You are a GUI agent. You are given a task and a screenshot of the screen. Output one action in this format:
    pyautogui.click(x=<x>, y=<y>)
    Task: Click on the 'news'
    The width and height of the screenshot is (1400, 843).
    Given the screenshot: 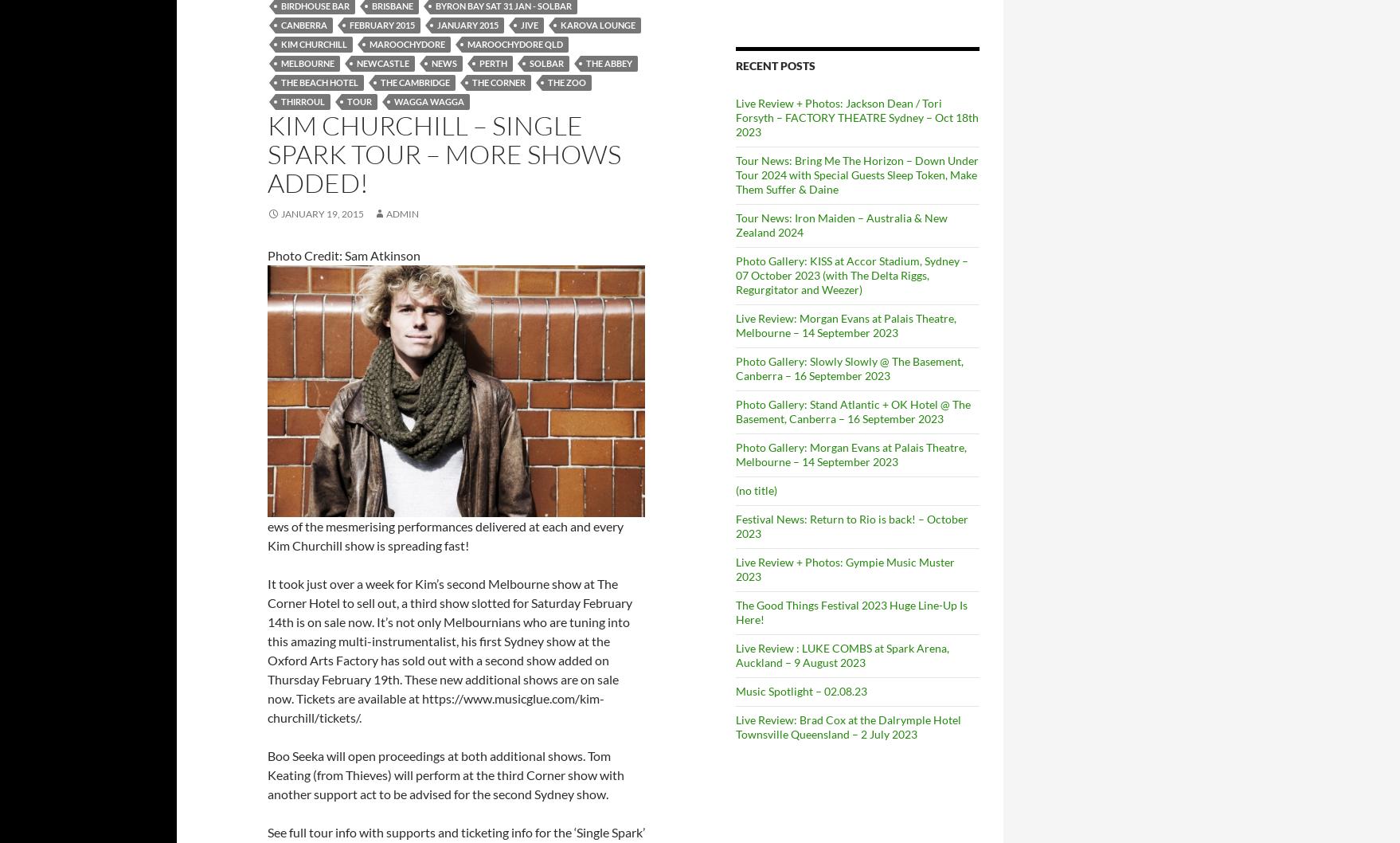 What is the action you would take?
    pyautogui.click(x=443, y=63)
    